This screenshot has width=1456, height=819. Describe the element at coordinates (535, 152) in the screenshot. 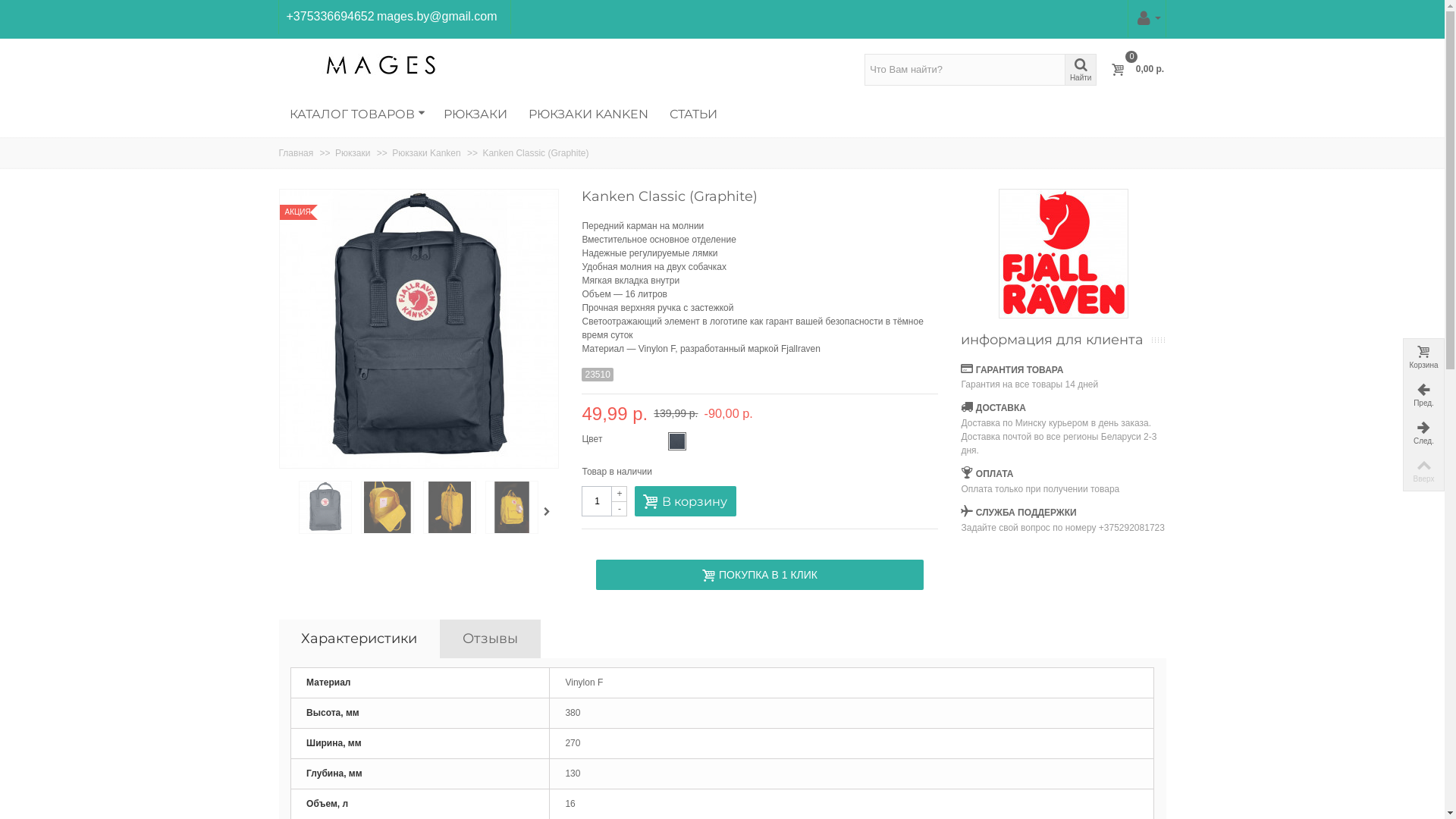

I see `'Kanken Classic (Graphite)'` at that location.